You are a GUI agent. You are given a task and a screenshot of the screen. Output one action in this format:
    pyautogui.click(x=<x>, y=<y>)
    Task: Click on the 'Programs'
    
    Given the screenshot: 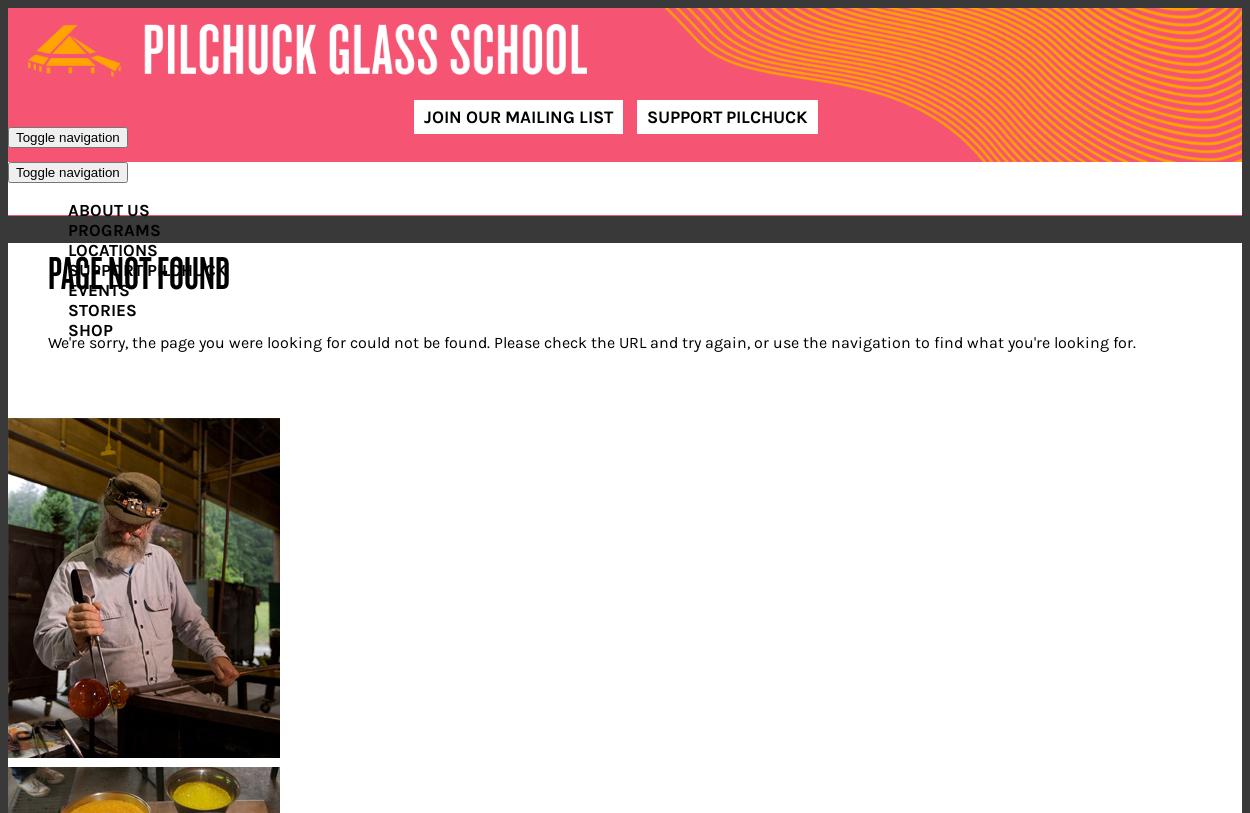 What is the action you would take?
    pyautogui.click(x=113, y=228)
    